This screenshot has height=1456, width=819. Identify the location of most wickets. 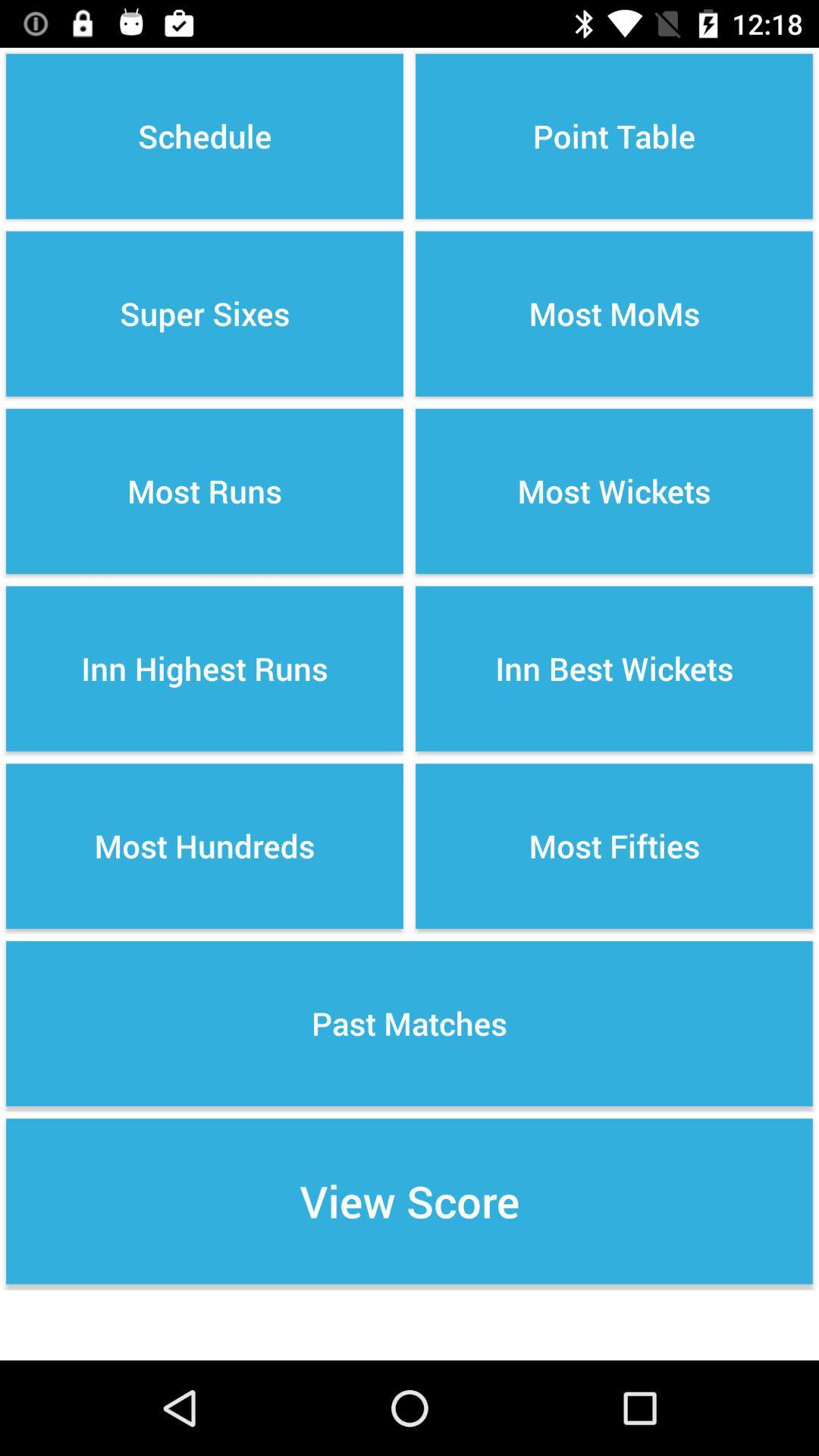
(614, 491).